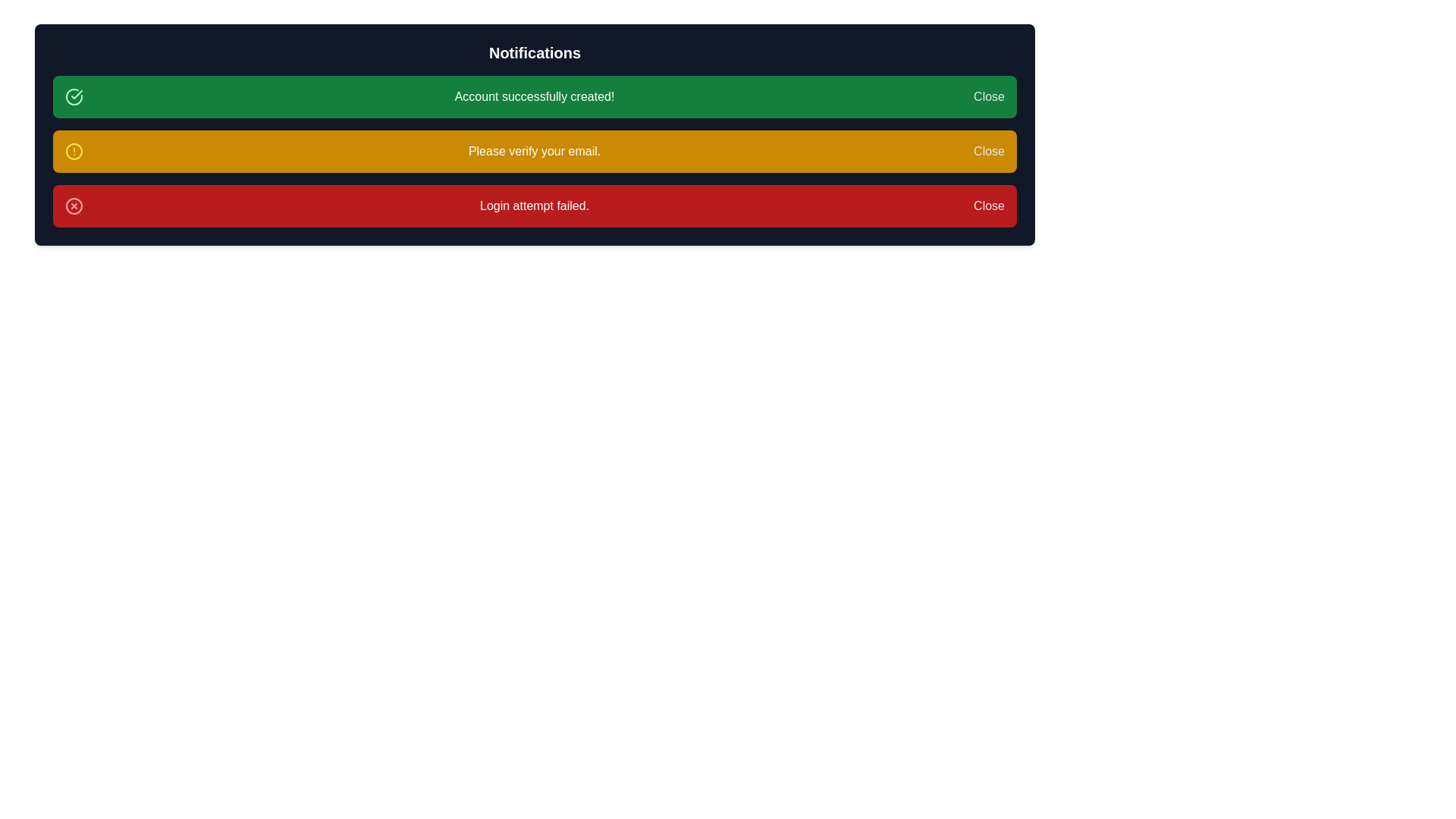 This screenshot has height=819, width=1456. What do you see at coordinates (535, 206) in the screenshot?
I see `the text in the notification alert about the failed login attempt, which is the third notification in the list and has a dismiss button` at bounding box center [535, 206].